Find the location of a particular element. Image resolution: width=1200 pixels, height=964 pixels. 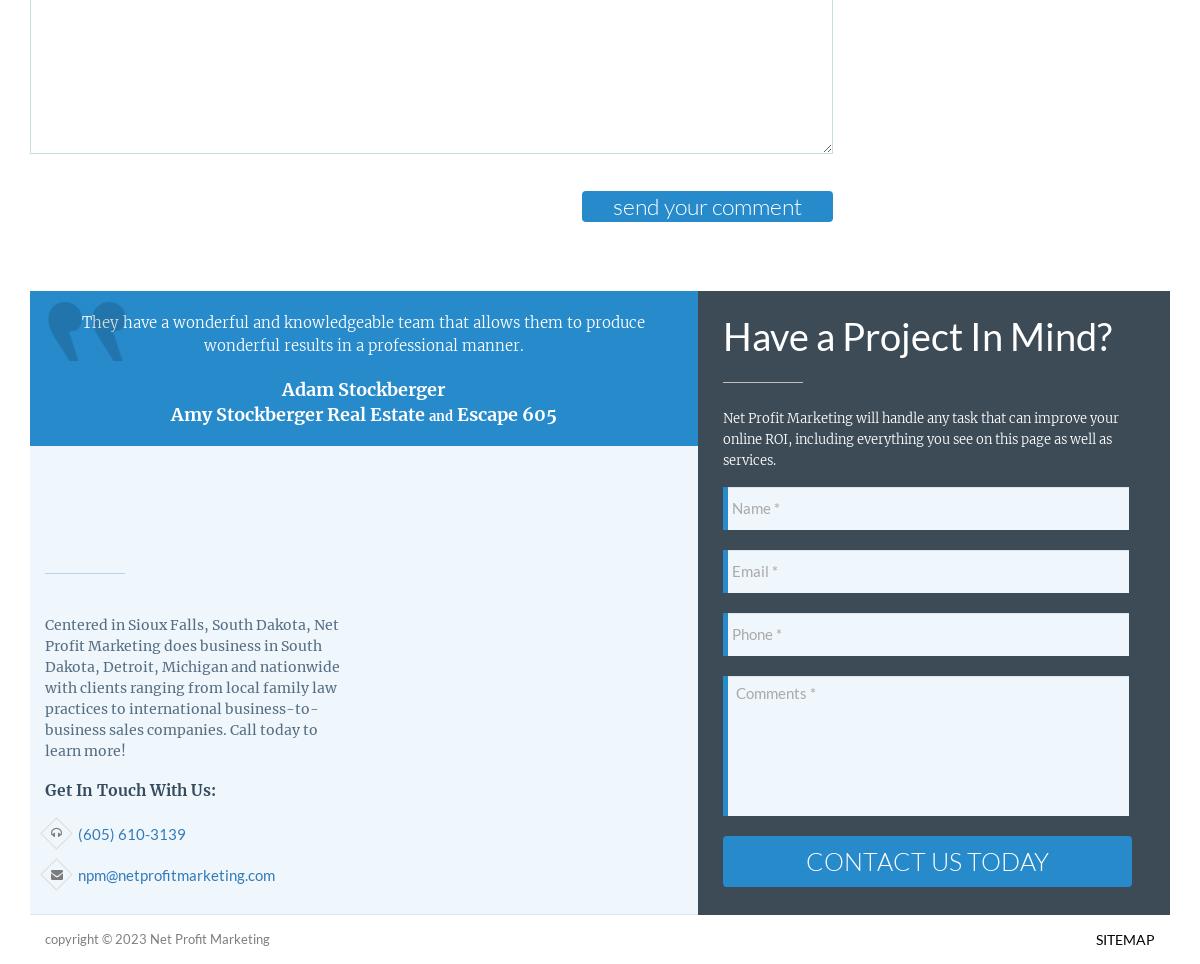

'copyright © 2023' is located at coordinates (97, 939).